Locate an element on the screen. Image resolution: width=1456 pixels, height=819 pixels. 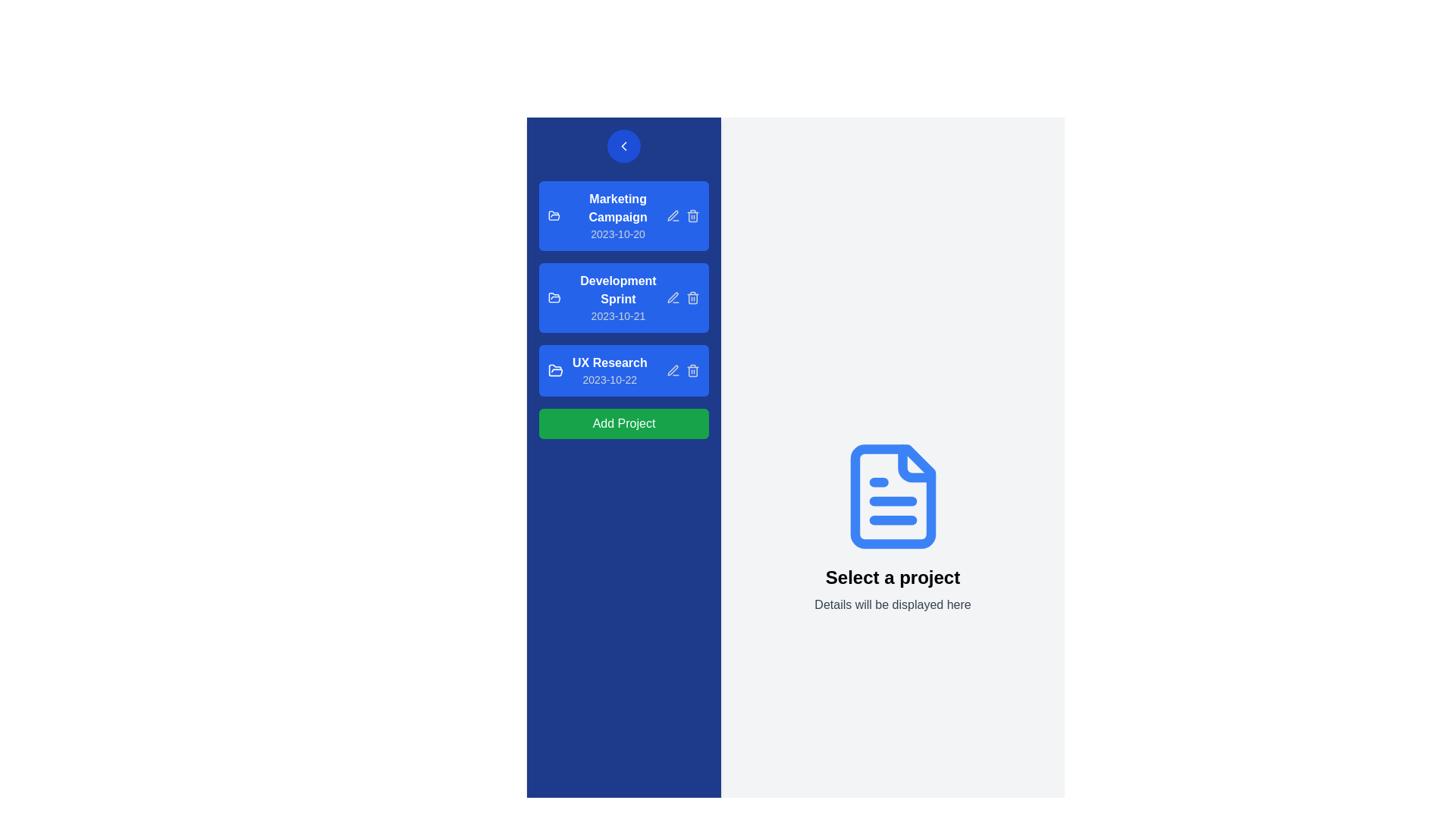
the edit icon in the Action control group, which contains a pencil icon for editing, located to the right of the 'Marketing Campaign' text is located at coordinates (682, 216).